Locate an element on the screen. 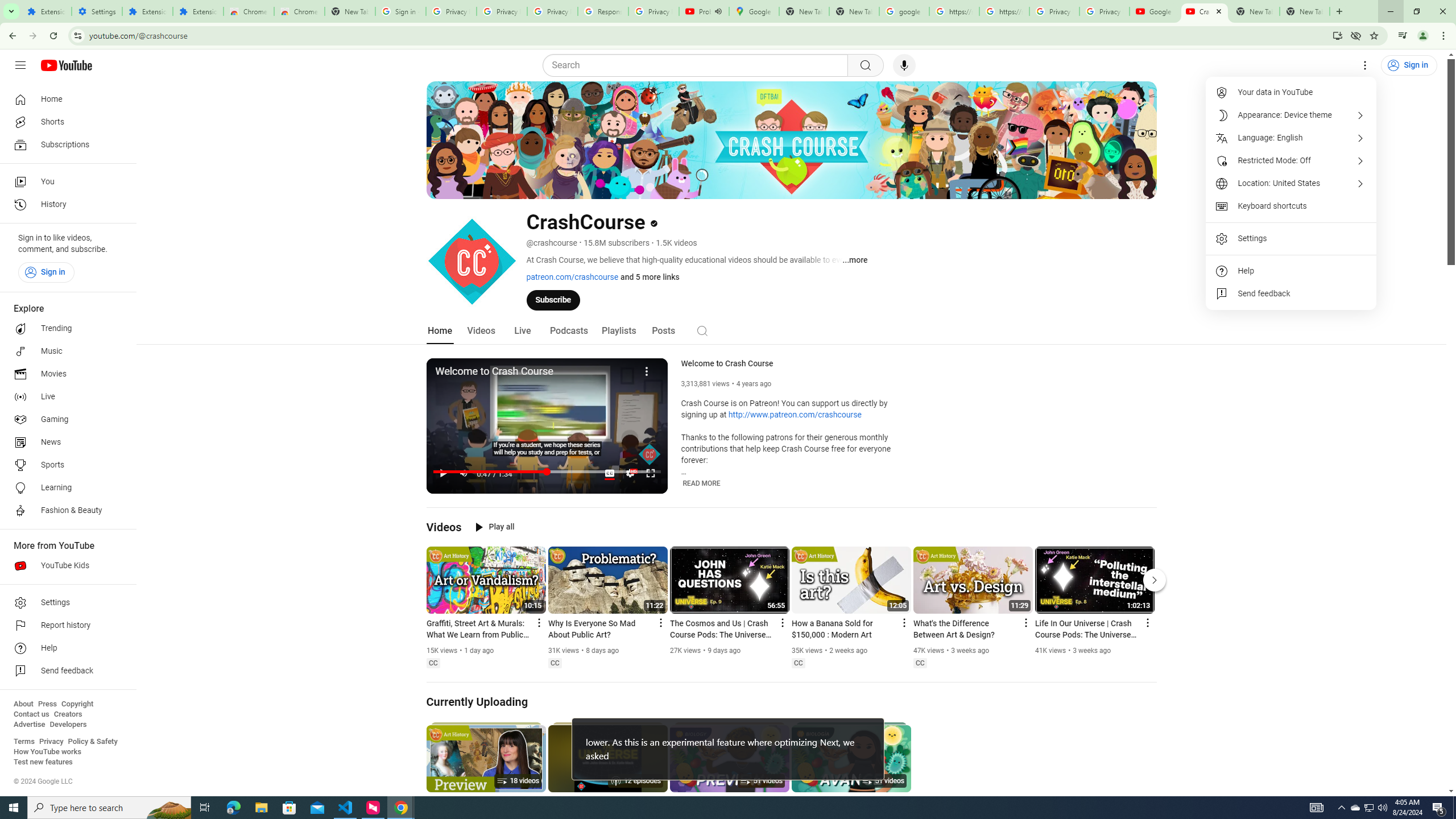 The width and height of the screenshot is (1456, 819). 'Playlists' is located at coordinates (619, 330).